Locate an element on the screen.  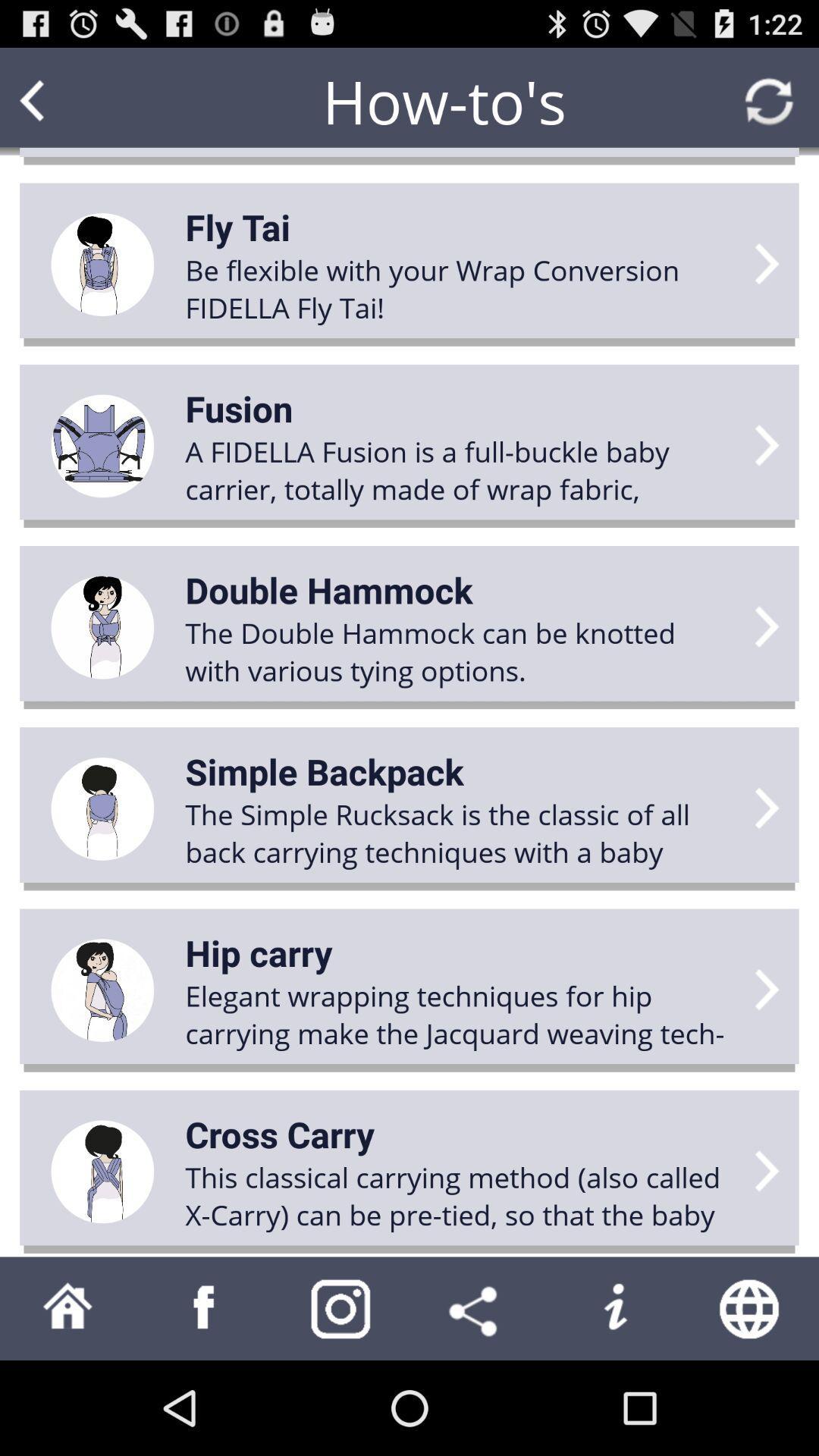
the facebook icon is located at coordinates (205, 1400).